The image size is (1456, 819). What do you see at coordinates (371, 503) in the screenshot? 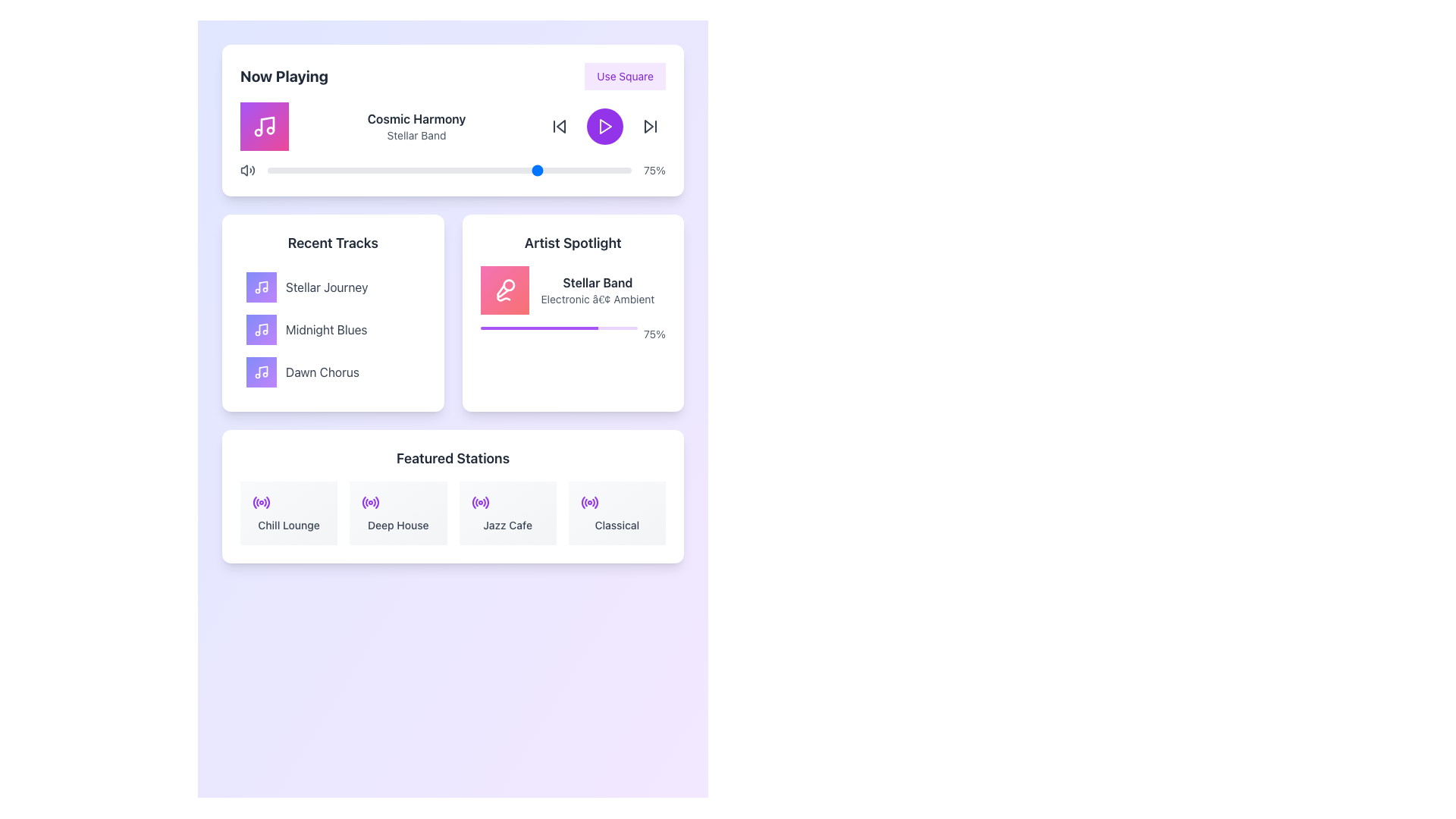
I see `the visual indicator icon for the 'Deep House' station, located at the top of the 'Deep House' section in the 'Featured Stations' area, above the descriptive label 'Deep House'` at bounding box center [371, 503].